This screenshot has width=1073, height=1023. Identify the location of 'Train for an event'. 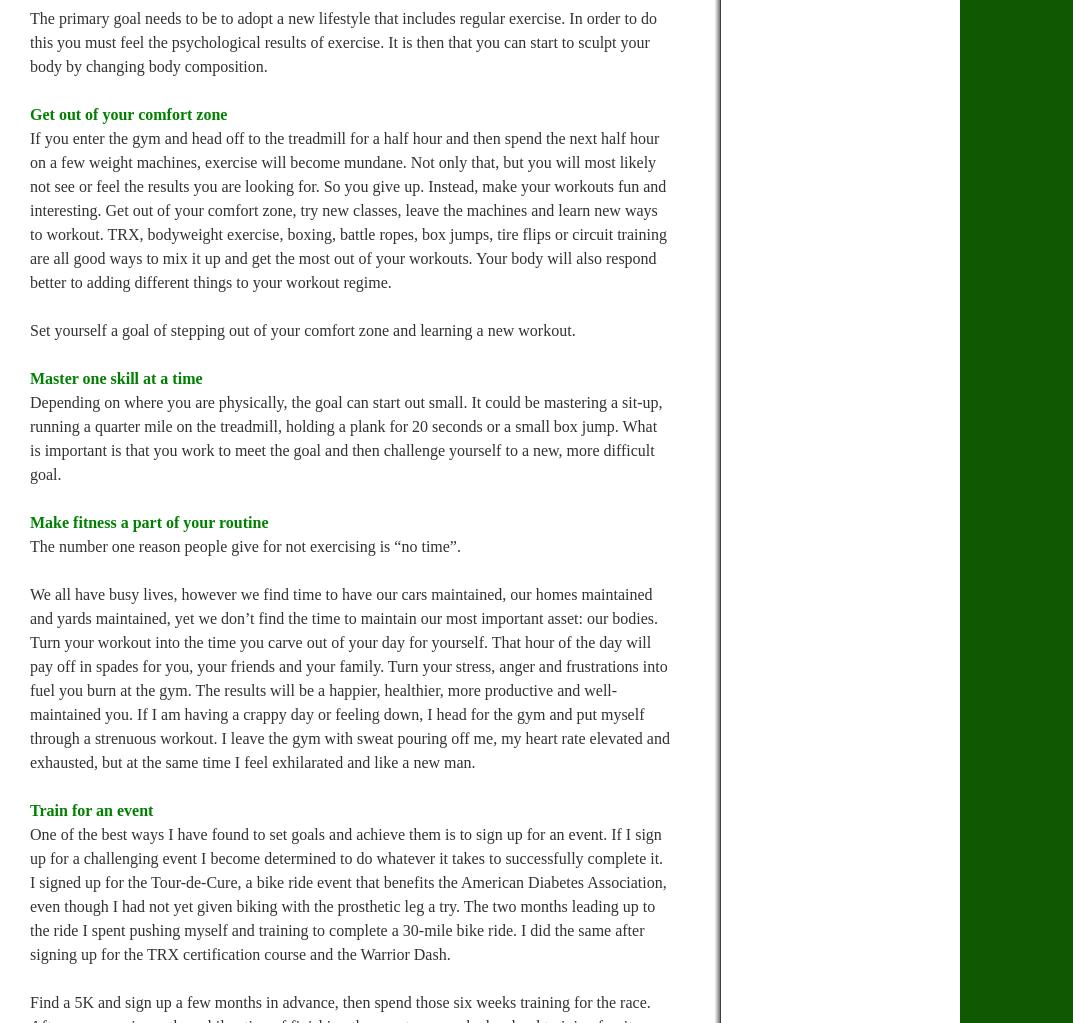
(91, 810).